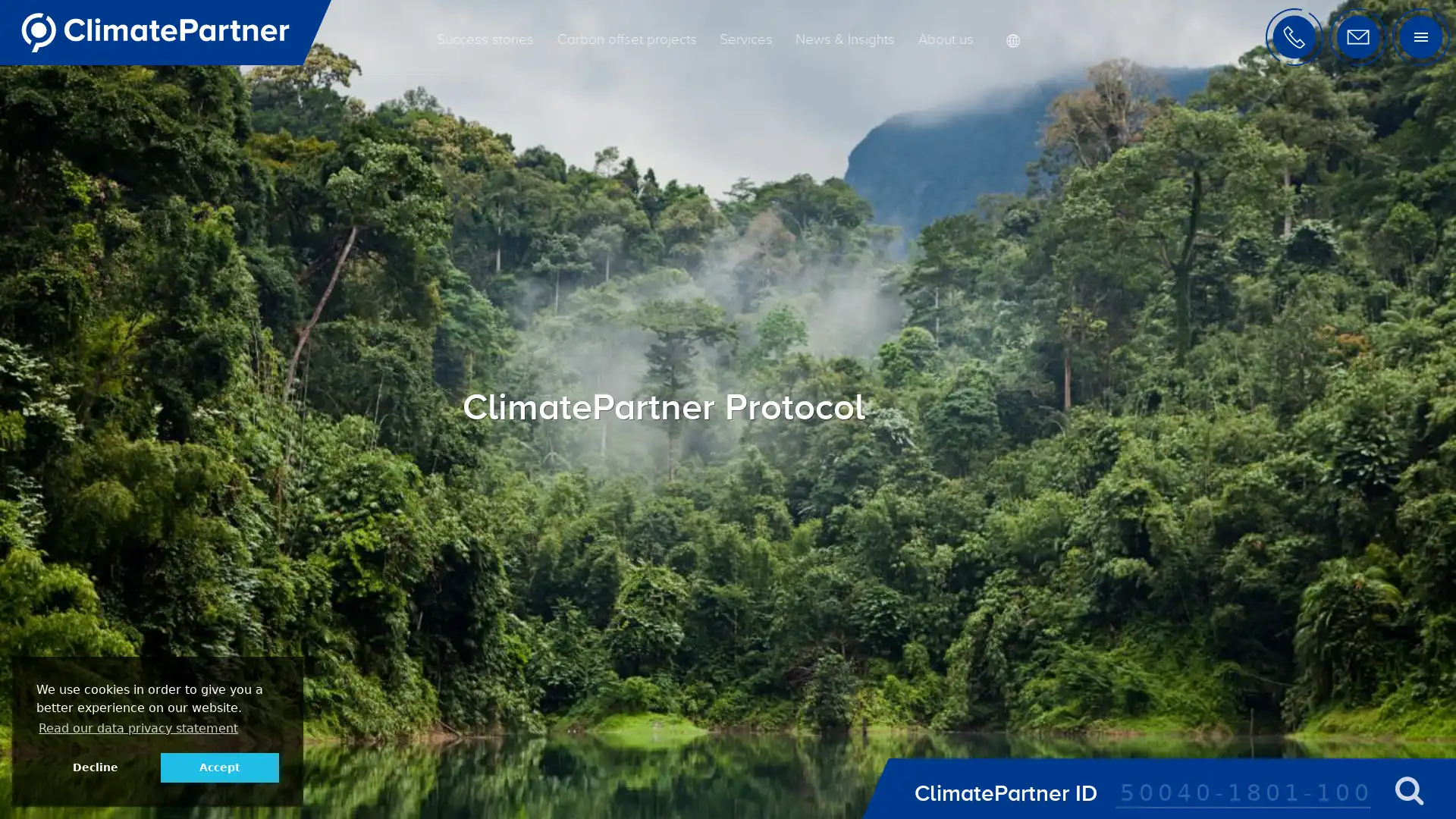 This screenshot has height=819, width=1456. What do you see at coordinates (218, 767) in the screenshot?
I see `allow cookies` at bounding box center [218, 767].